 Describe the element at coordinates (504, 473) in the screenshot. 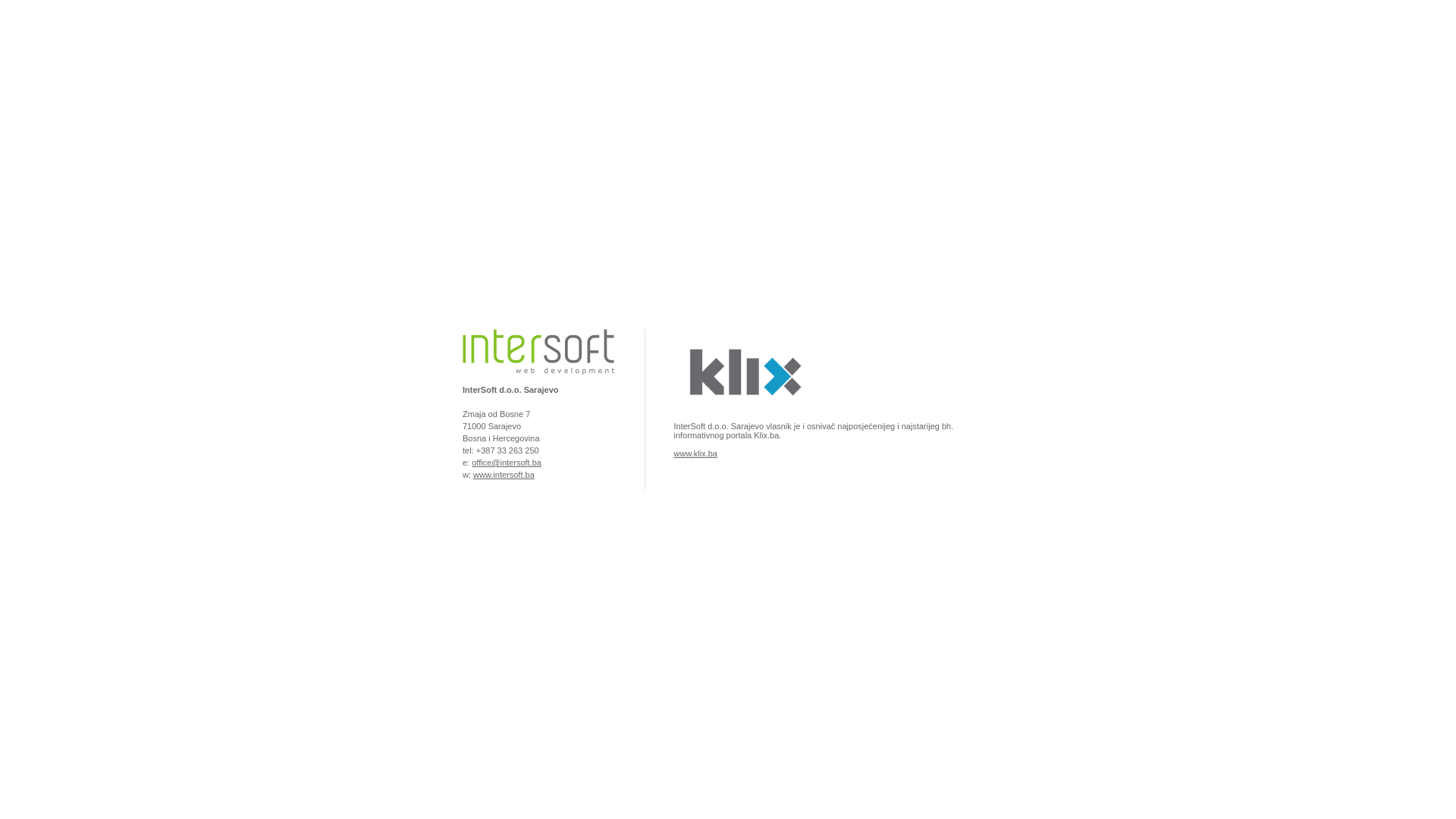

I see `'www.intersoft.ba'` at that location.